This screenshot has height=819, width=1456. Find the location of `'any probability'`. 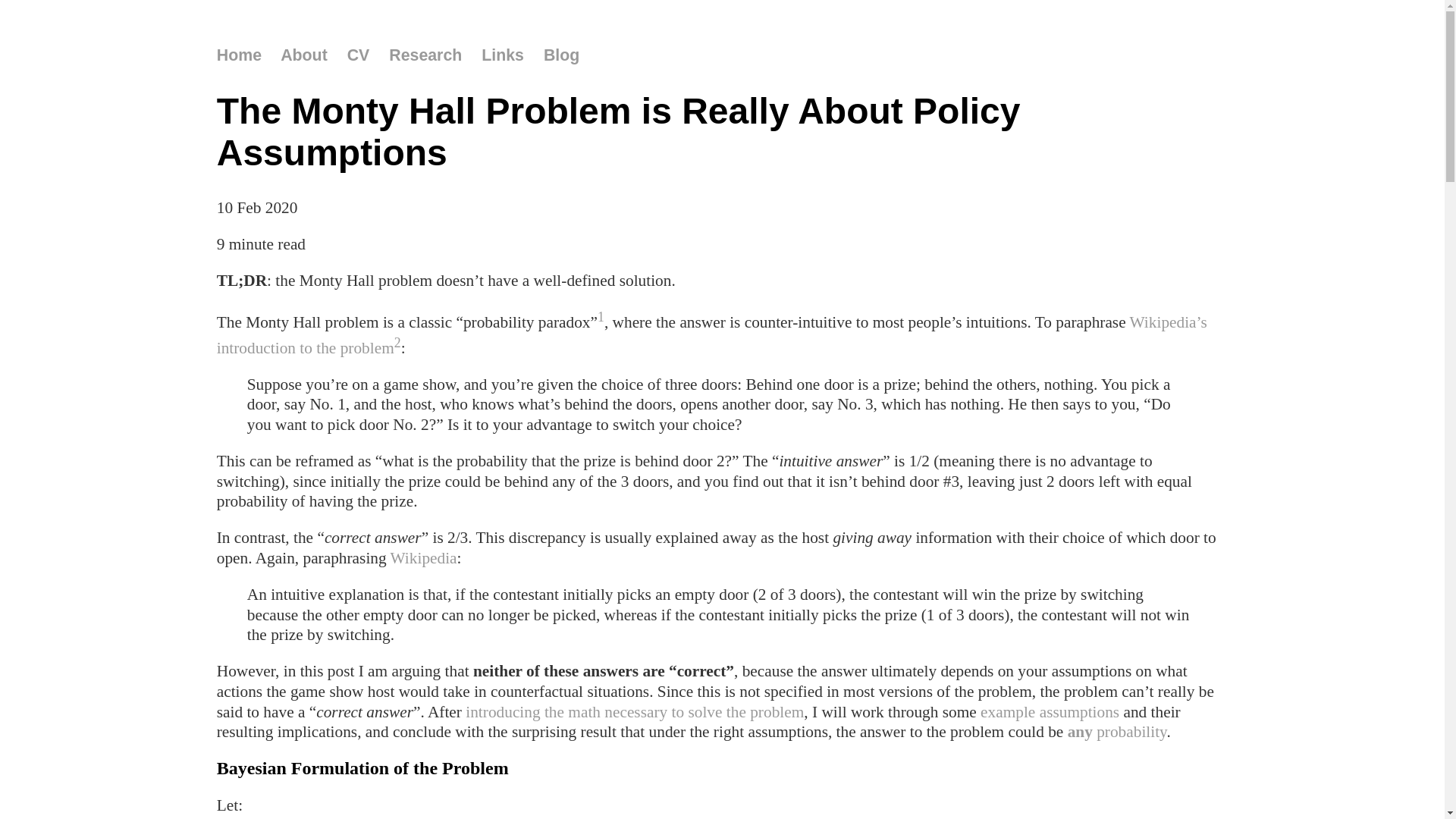

'any probability' is located at coordinates (1117, 730).